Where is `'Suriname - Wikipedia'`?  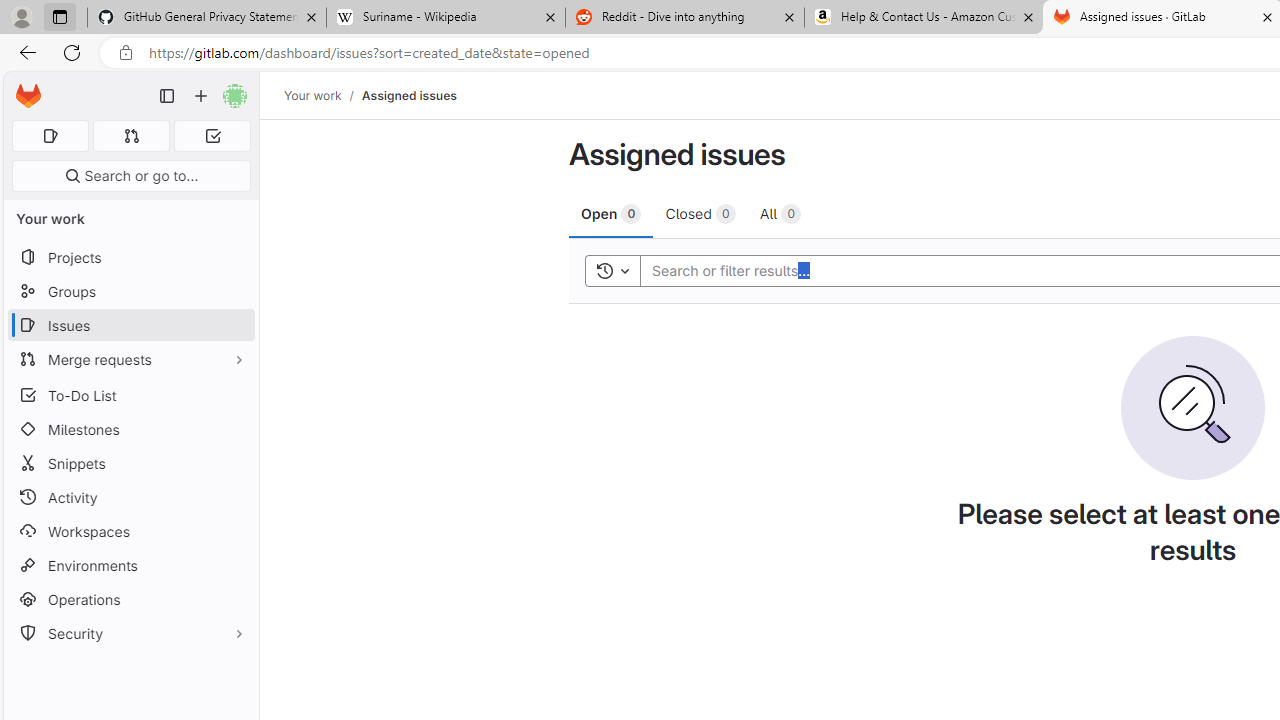
'Suriname - Wikipedia' is located at coordinates (444, 17).